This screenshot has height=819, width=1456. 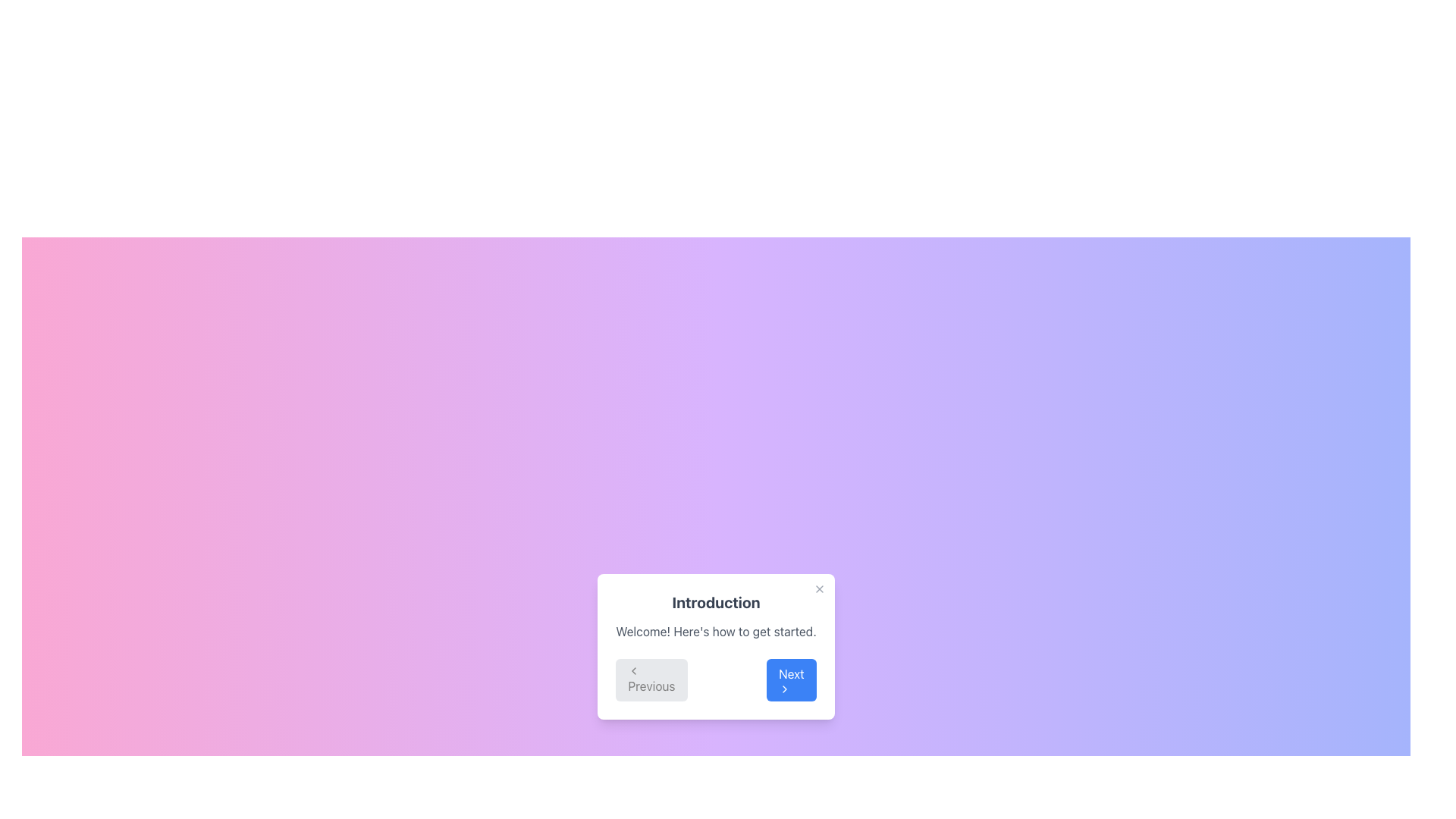 What do you see at coordinates (785, 689) in the screenshot?
I see `the right-pointing chevron icon located within the blue 'Next' button at the bottom right of the modal dialog box to interact with the button` at bounding box center [785, 689].